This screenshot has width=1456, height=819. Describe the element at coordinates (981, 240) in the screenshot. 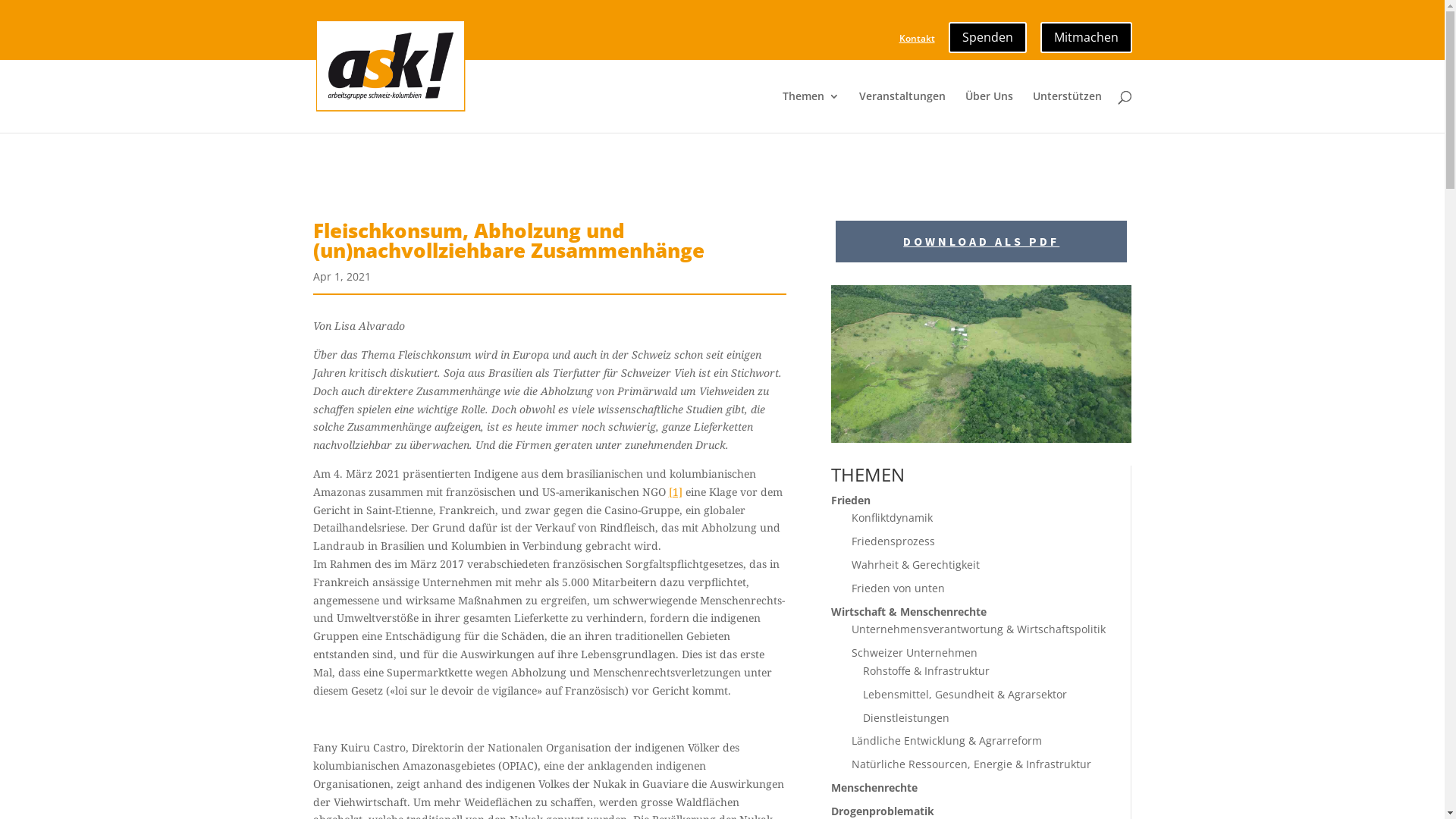

I see `'DOWNLOAD ALS PDF'` at that location.